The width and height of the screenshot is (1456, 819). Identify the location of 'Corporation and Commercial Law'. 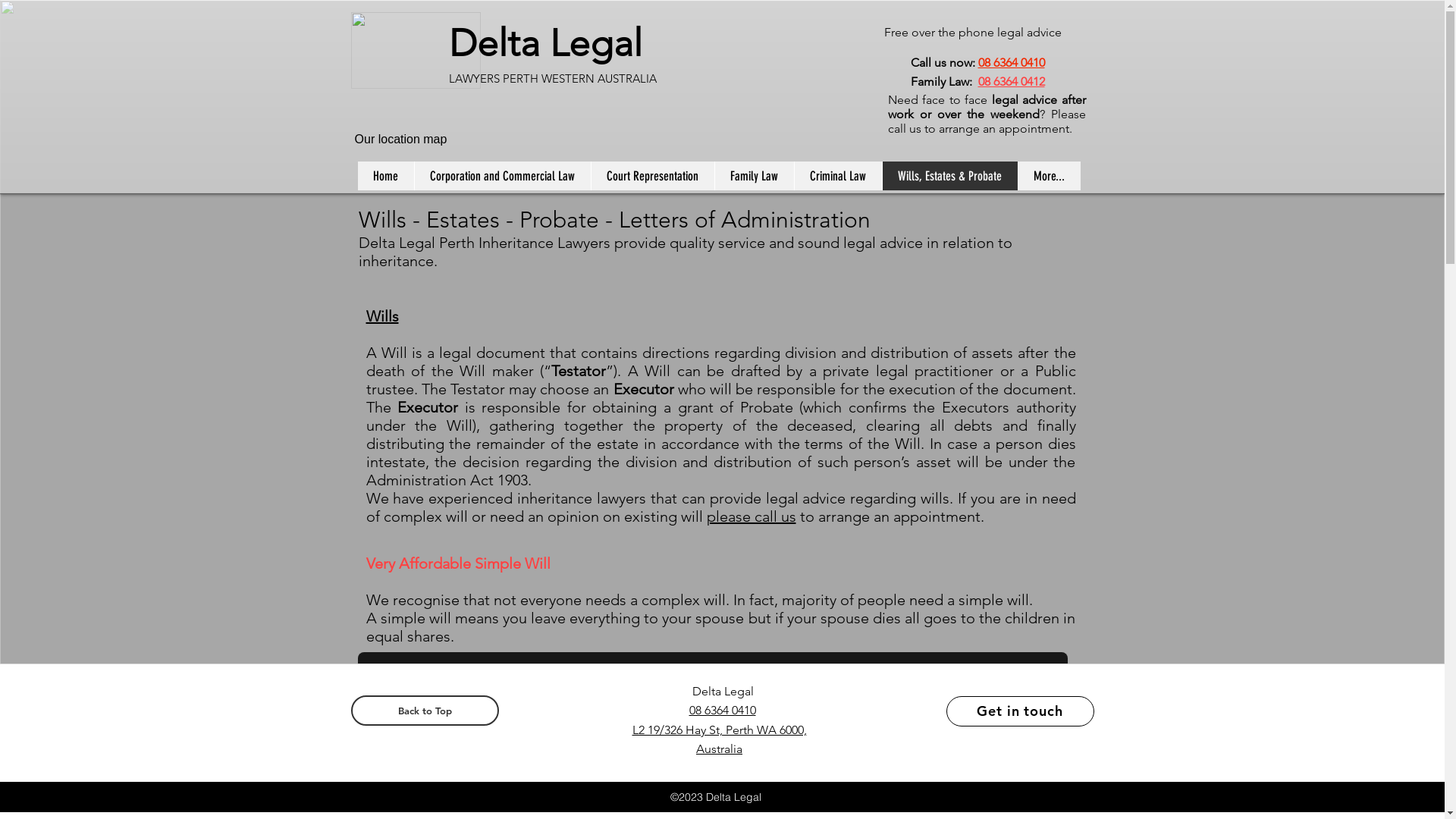
(502, 174).